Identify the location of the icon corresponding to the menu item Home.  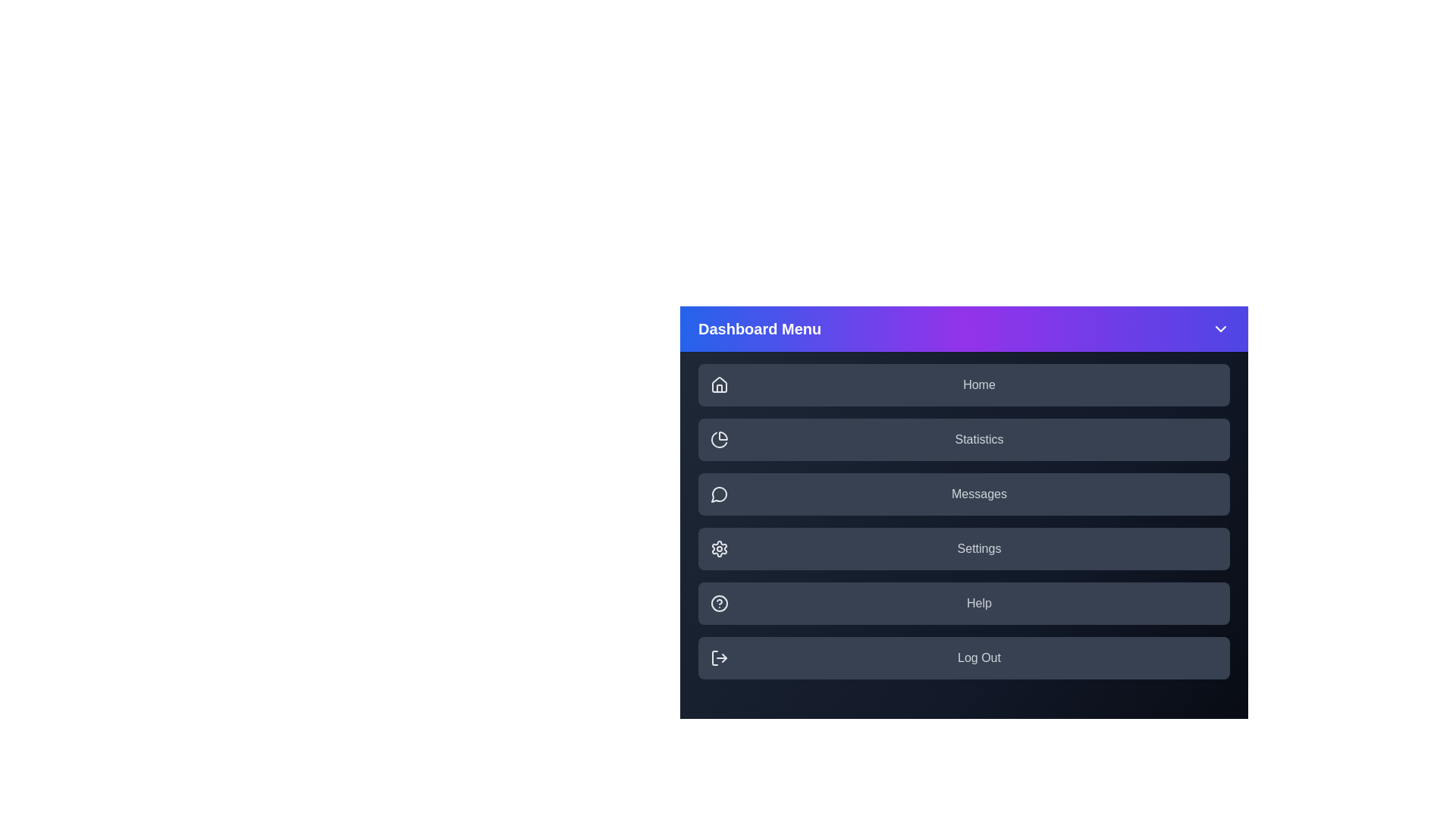
(719, 384).